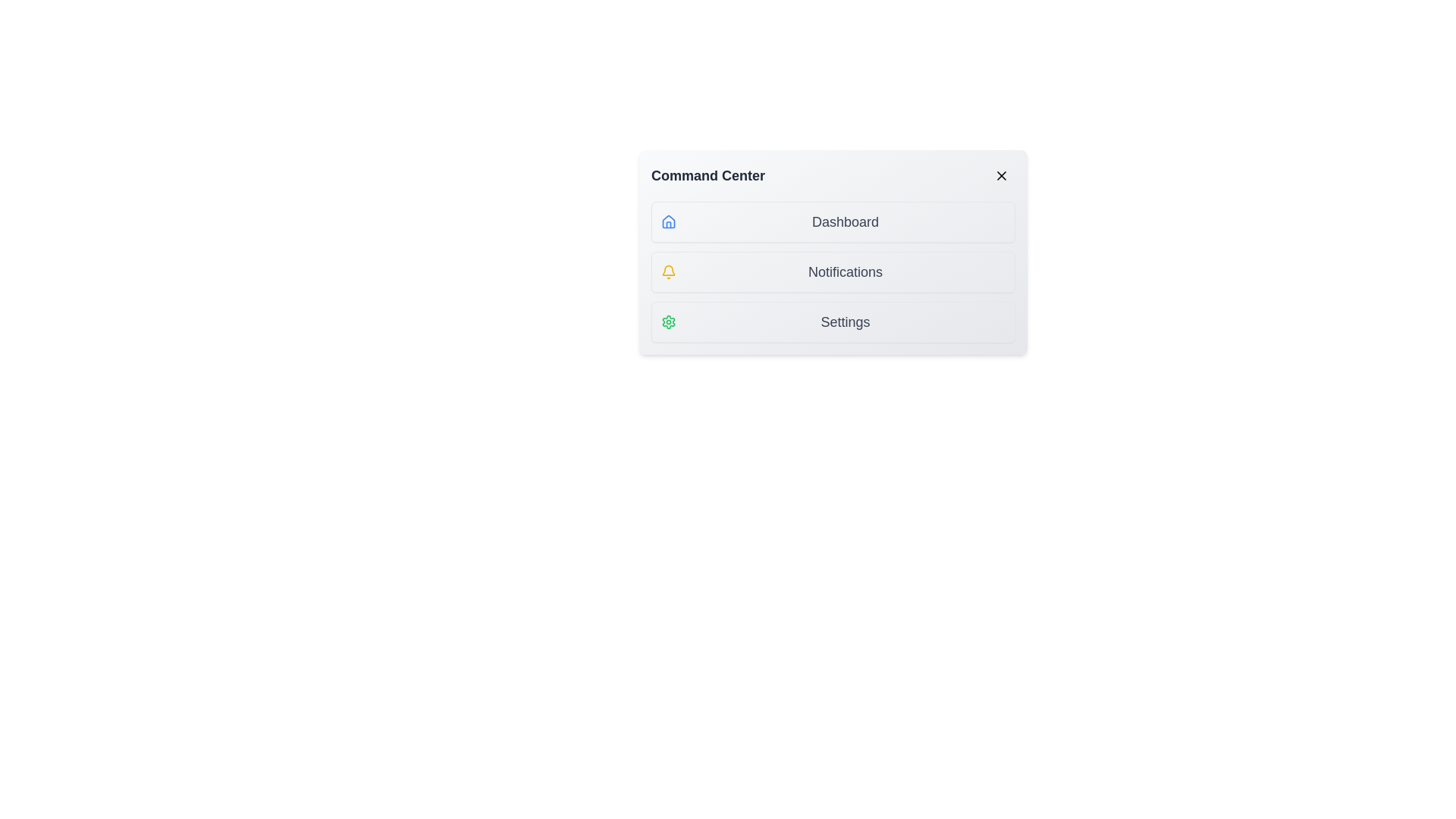 This screenshot has width=1456, height=819. Describe the element at coordinates (833, 271) in the screenshot. I see `the button located between the 'Dashboard' and 'Settings' items` at that location.